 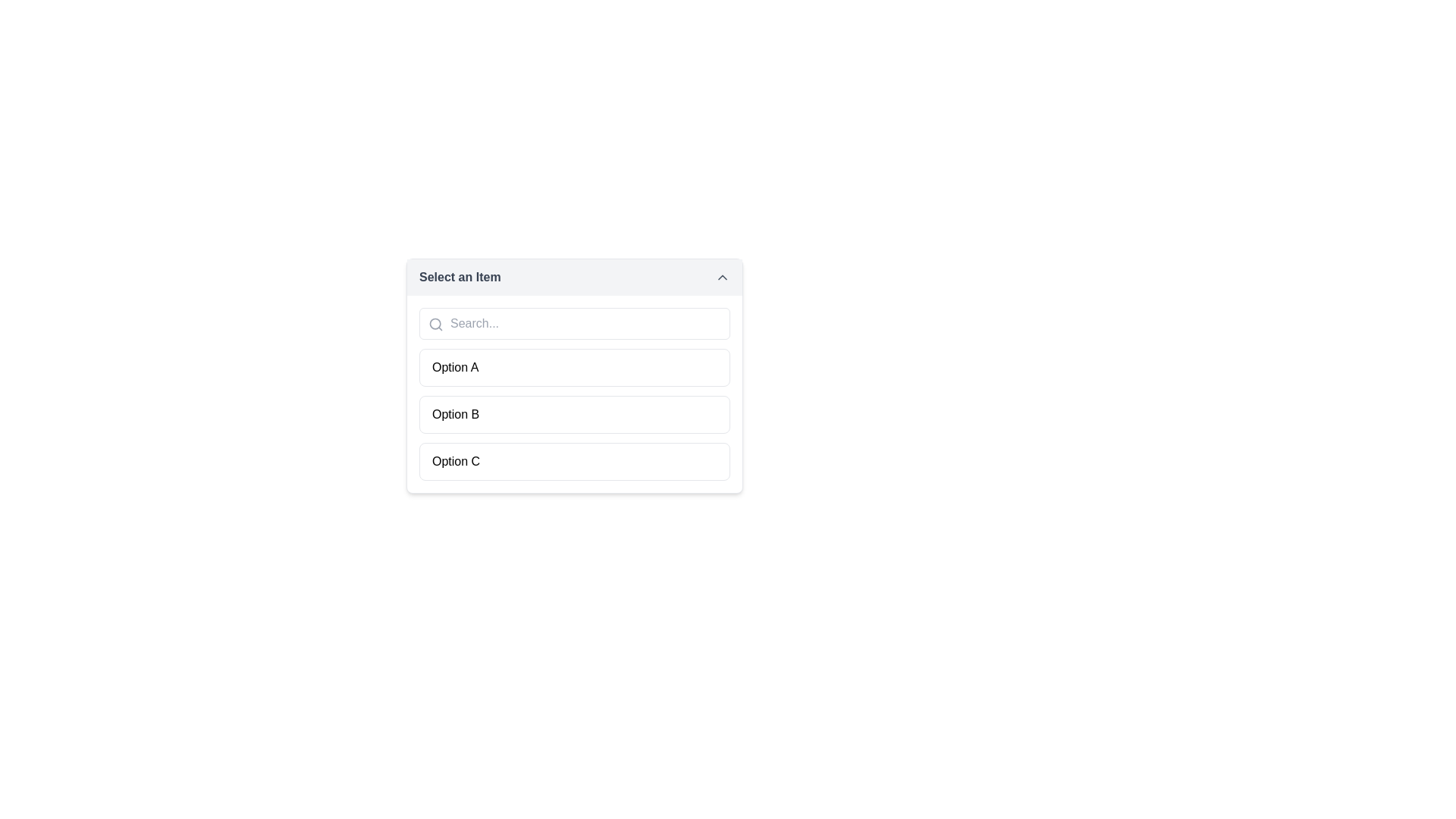 I want to click on the second selectable option 'Option B' in the dropdown interface to trigger the focus effect, so click(x=574, y=415).